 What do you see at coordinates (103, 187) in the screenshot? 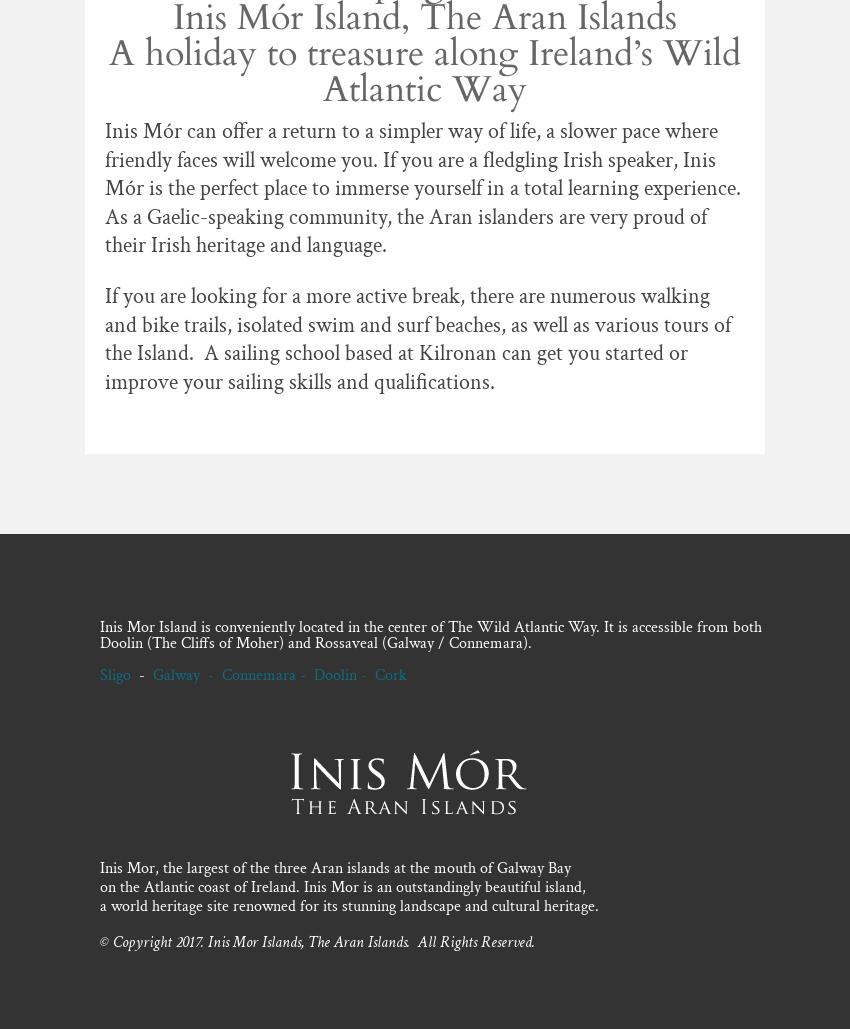
I see `'Inis Mór can offer a return to a simpler way of life, a slower pace where friendly faces will welcome you. If you are a fledgling Irish speaker, Inis Mór is the perfect place to immerse yourself in a total learning experience. As a Gaelic-speaking community, the Aran islanders are very proud of their Irish heritage and language.'` at bounding box center [103, 187].